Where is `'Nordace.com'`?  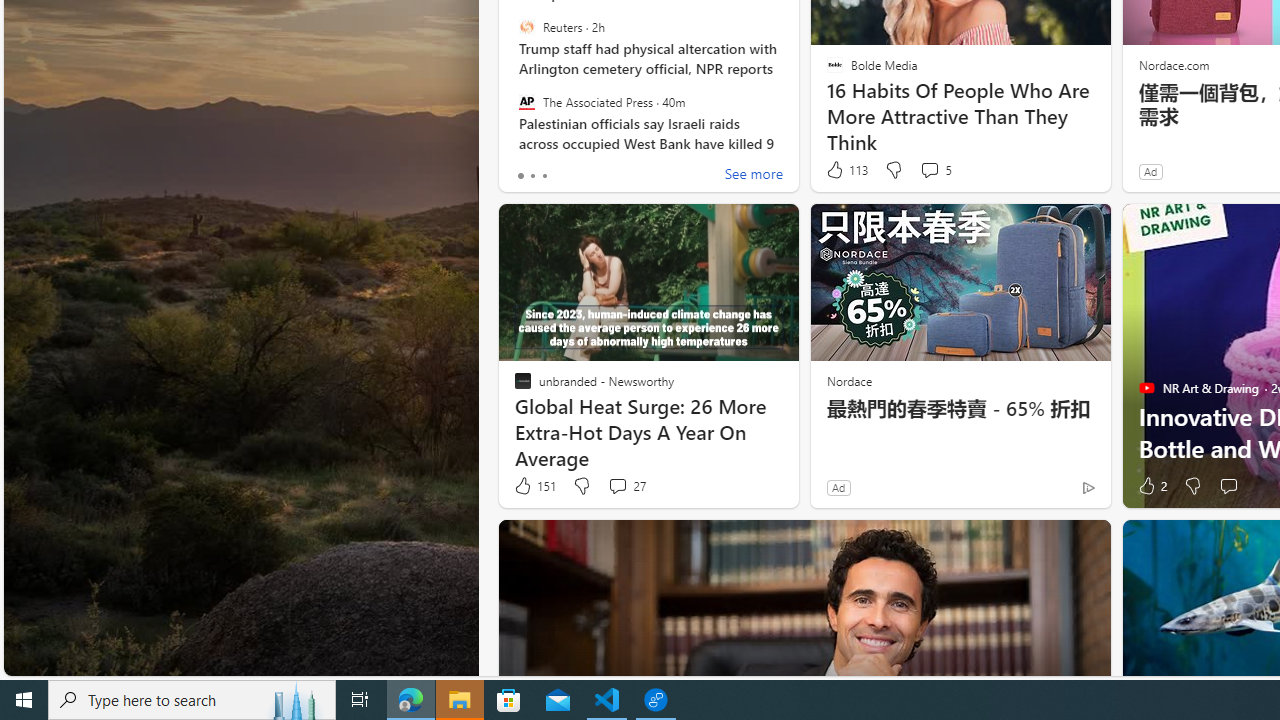 'Nordace.com' is located at coordinates (1173, 63).